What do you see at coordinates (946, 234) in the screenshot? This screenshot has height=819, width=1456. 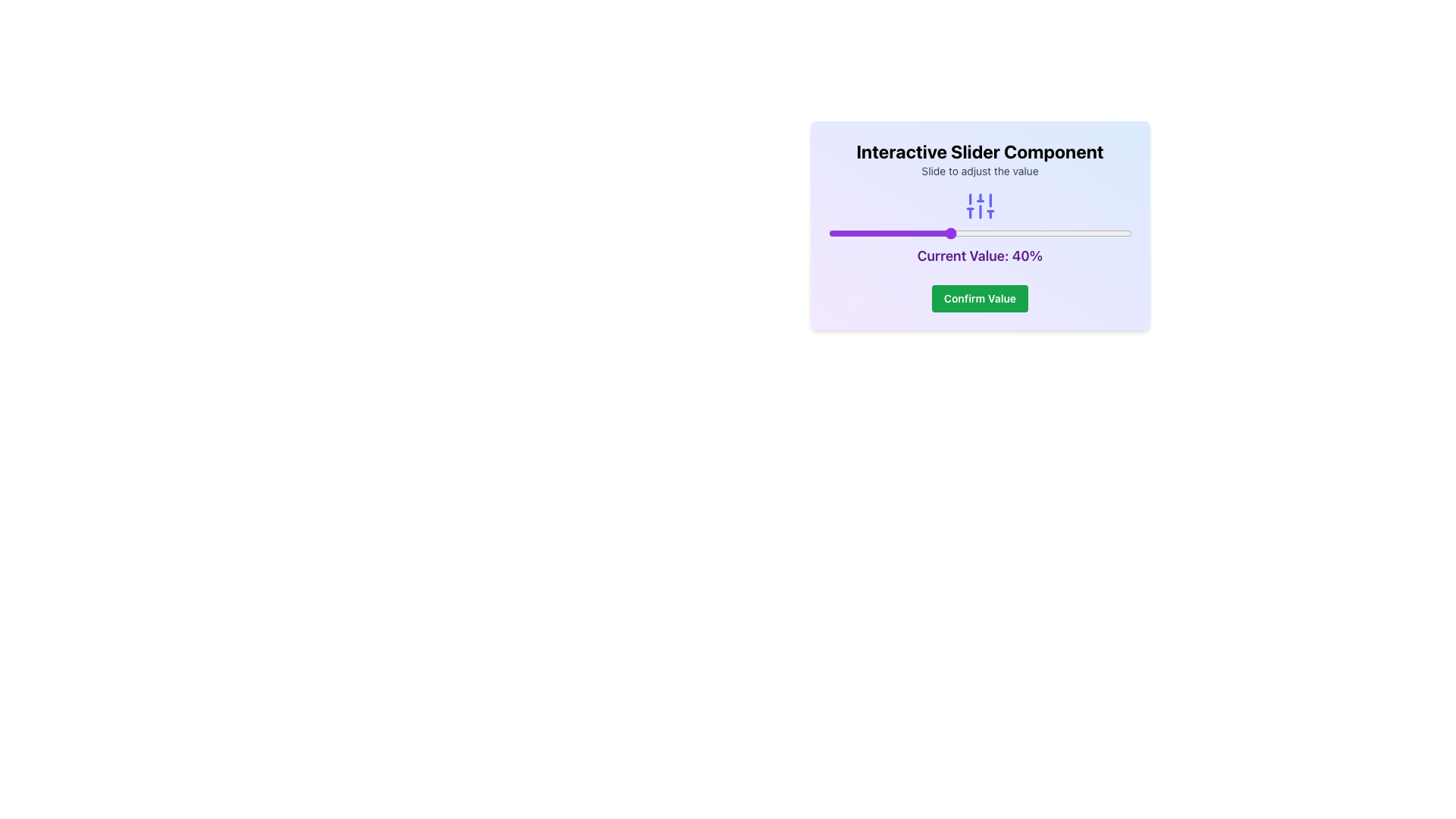 I see `the slider` at bounding box center [946, 234].